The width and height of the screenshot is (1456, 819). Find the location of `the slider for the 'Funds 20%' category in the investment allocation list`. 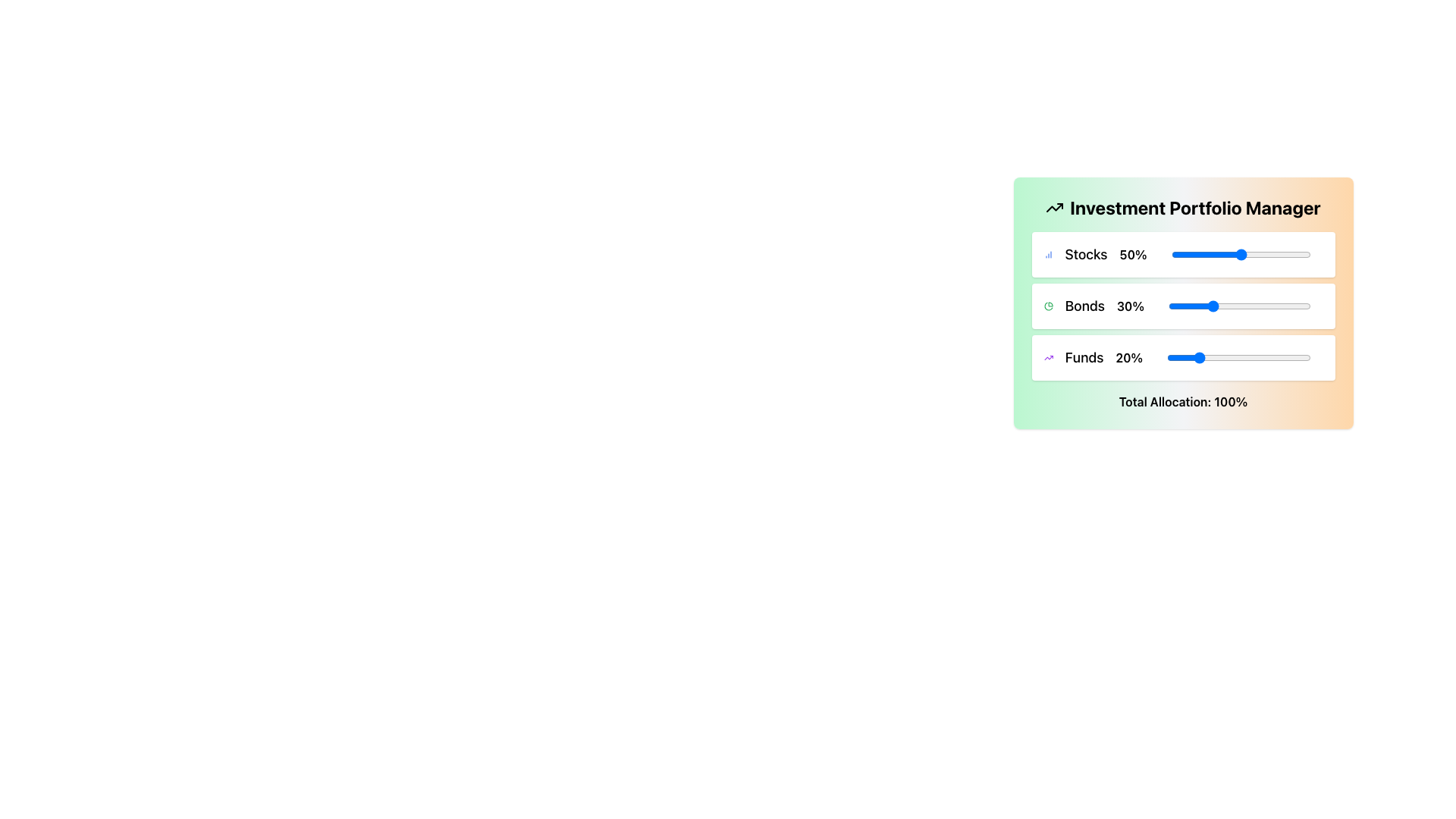

the slider for the 'Funds 20%' category in the investment allocation list is located at coordinates (1182, 357).